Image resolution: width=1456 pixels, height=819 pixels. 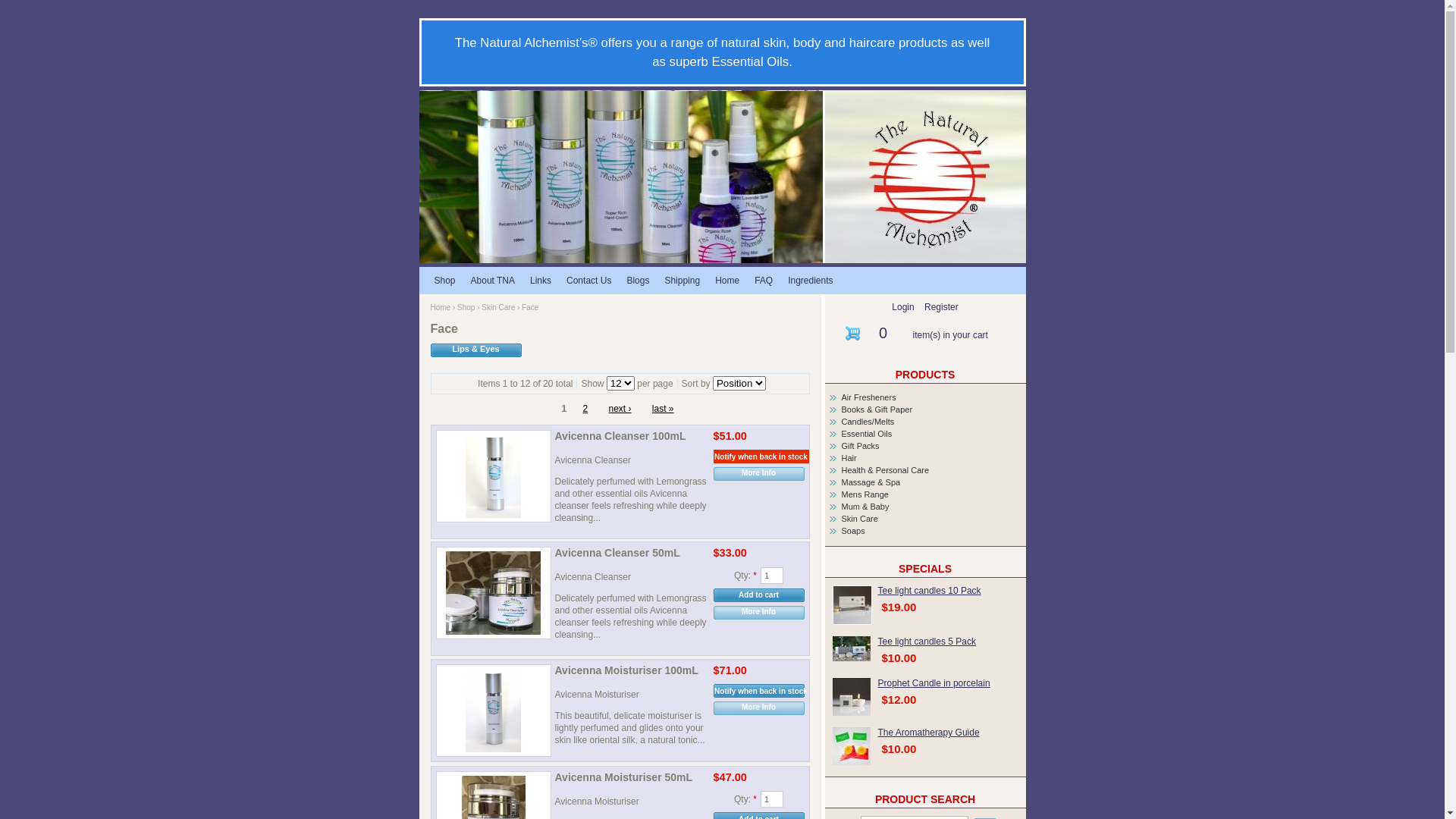 What do you see at coordinates (852, 696) in the screenshot?
I see `'Prophet Candle'` at bounding box center [852, 696].